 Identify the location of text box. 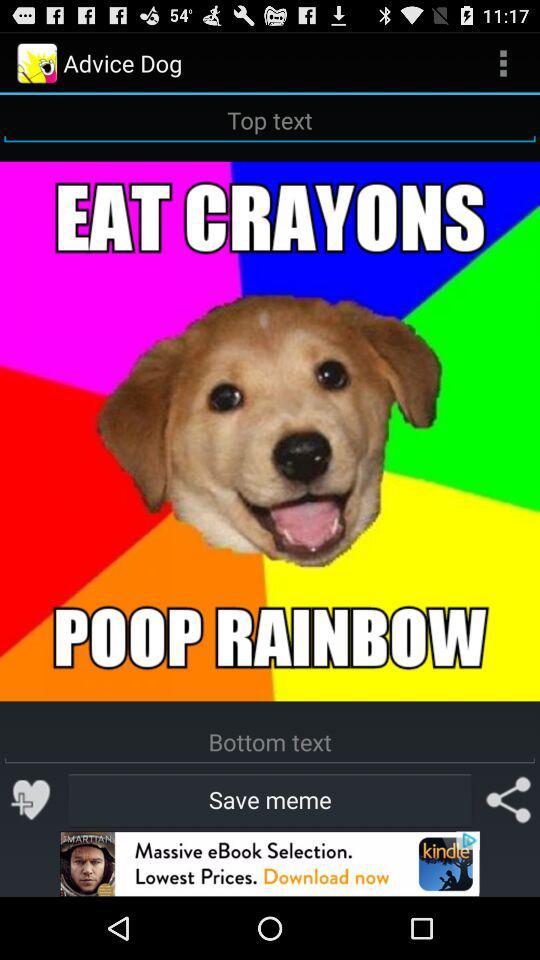
(270, 120).